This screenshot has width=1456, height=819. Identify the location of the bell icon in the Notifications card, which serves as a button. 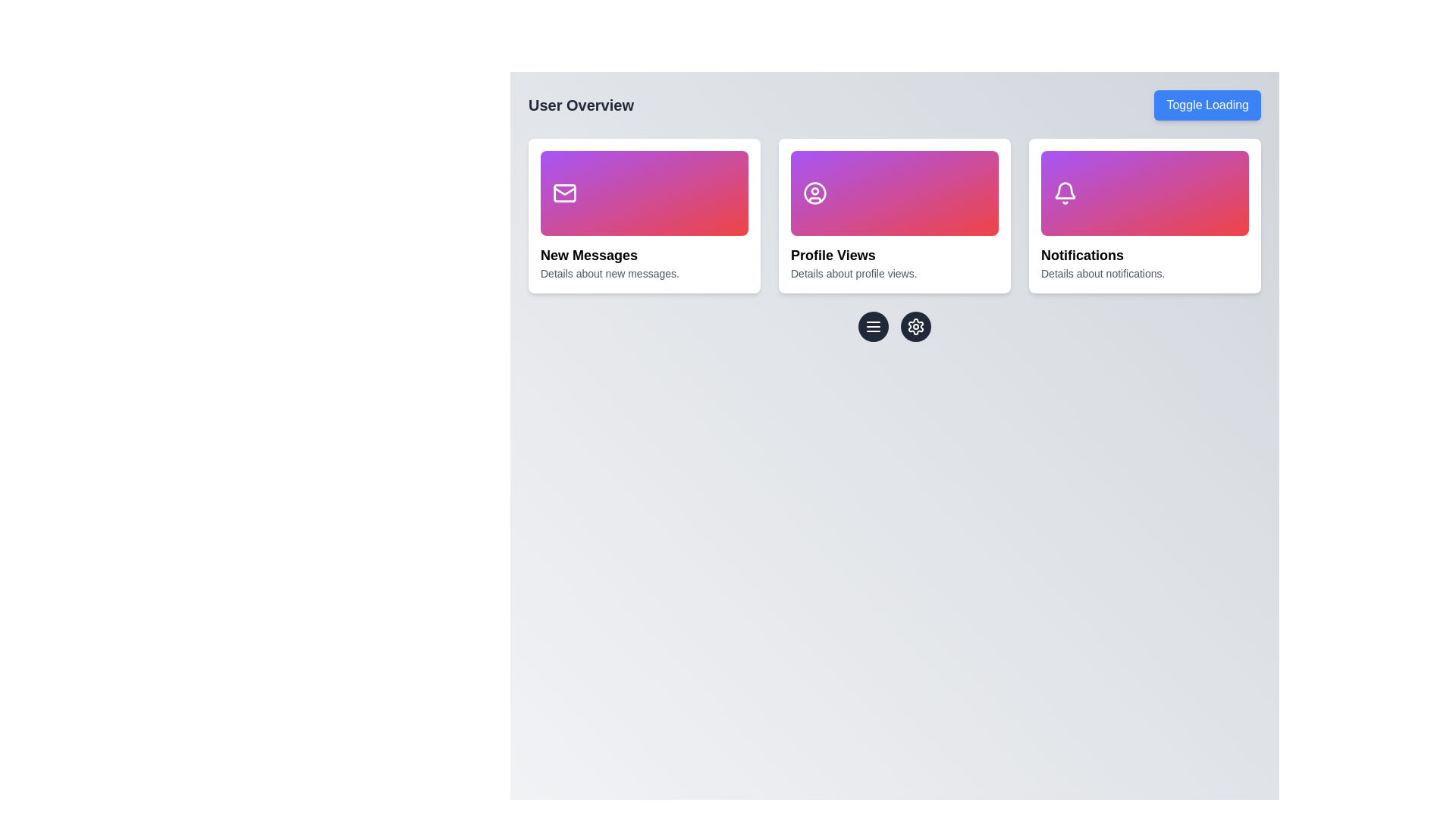
(1065, 192).